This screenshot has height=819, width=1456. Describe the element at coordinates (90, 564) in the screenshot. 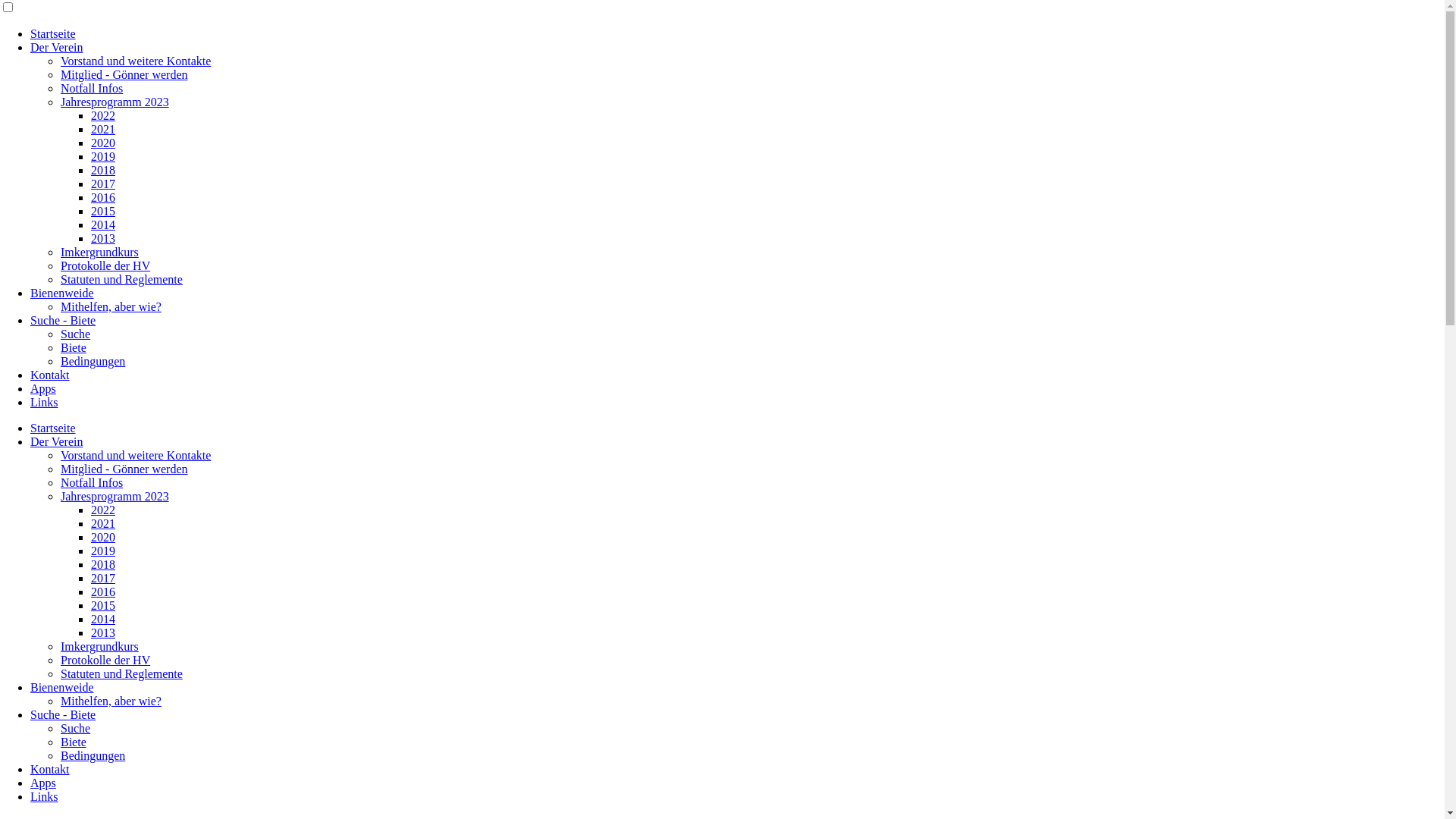

I see `'2018'` at that location.